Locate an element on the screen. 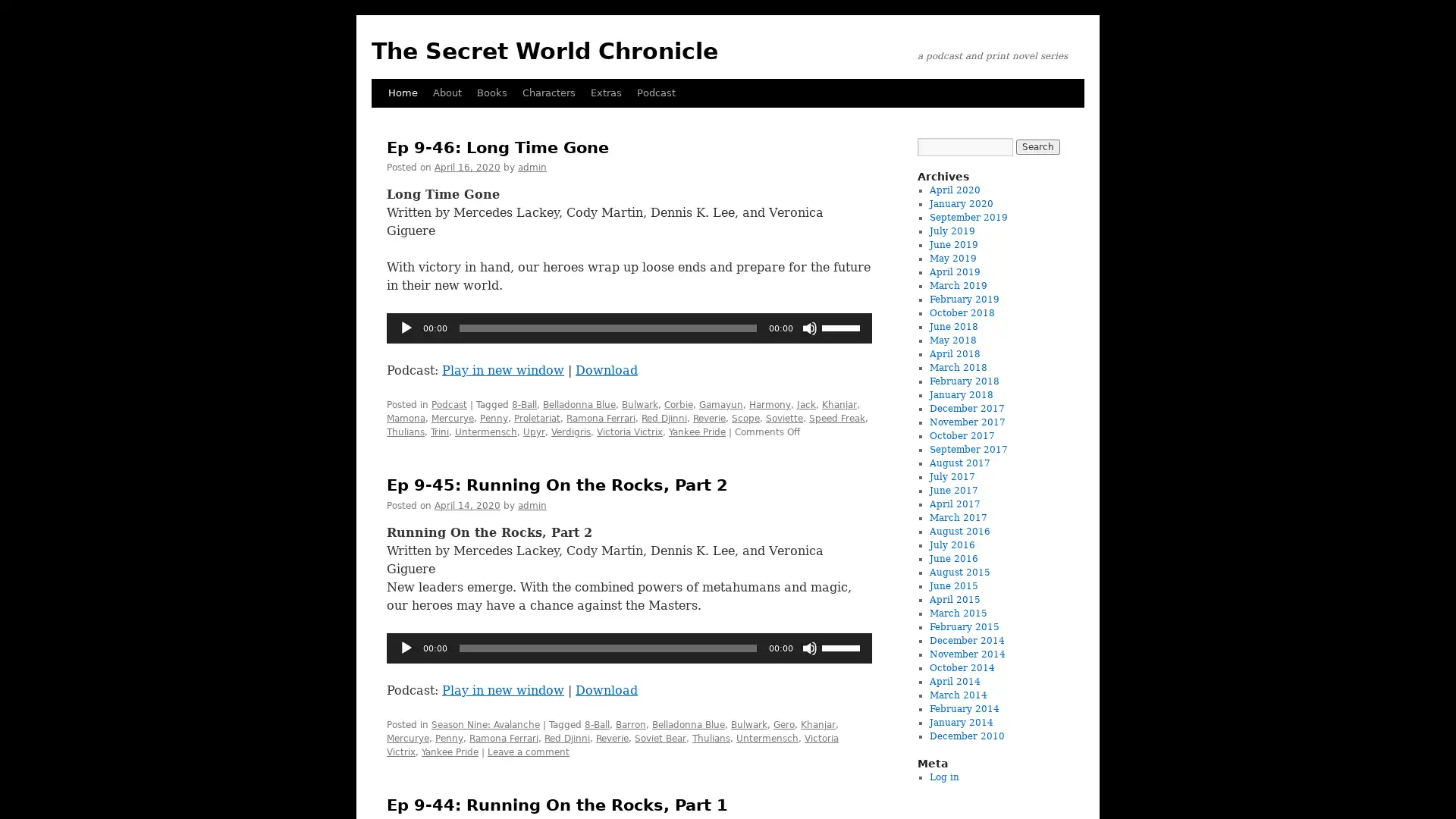 The image size is (1456, 819). Play is located at coordinates (406, 327).